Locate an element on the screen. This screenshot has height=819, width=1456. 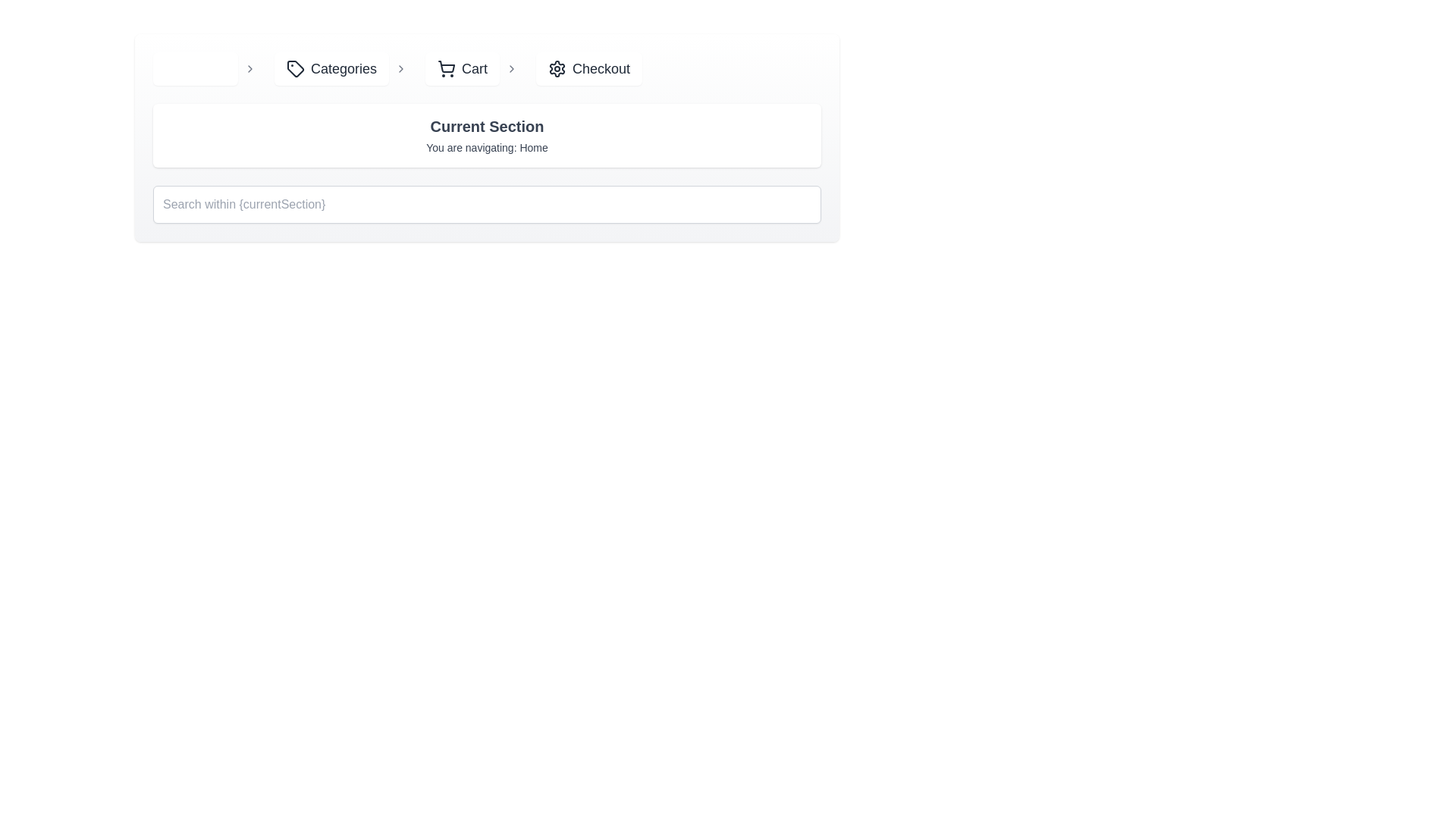
the 'Checkout' text label, which is styled with a moderate font size and positioned to the right of a gear-shaped icon in the upper right side of the interface, for visual feedback is located at coordinates (601, 69).